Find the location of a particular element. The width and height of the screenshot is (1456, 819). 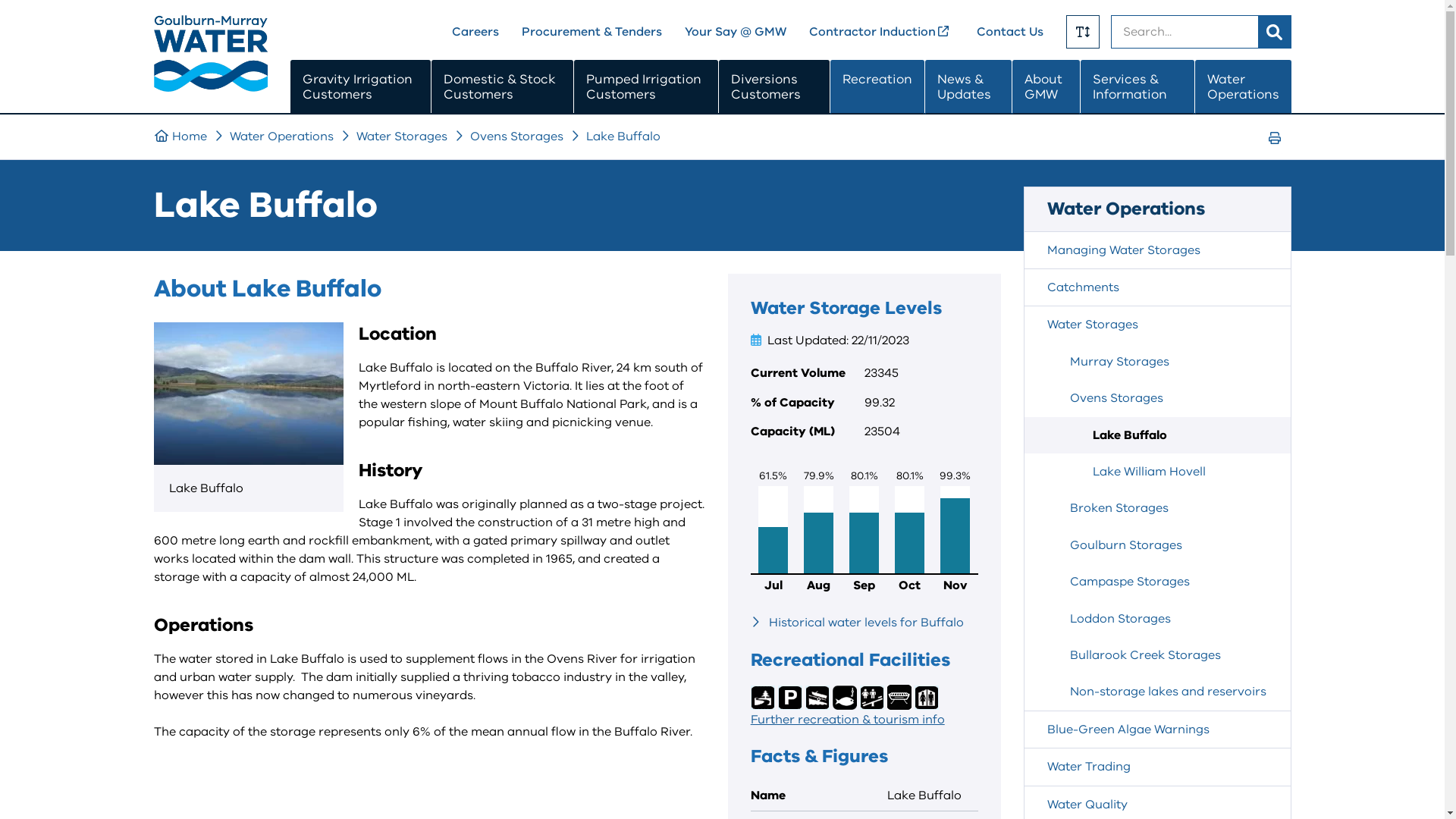

'Catchments' is located at coordinates (1156, 287).